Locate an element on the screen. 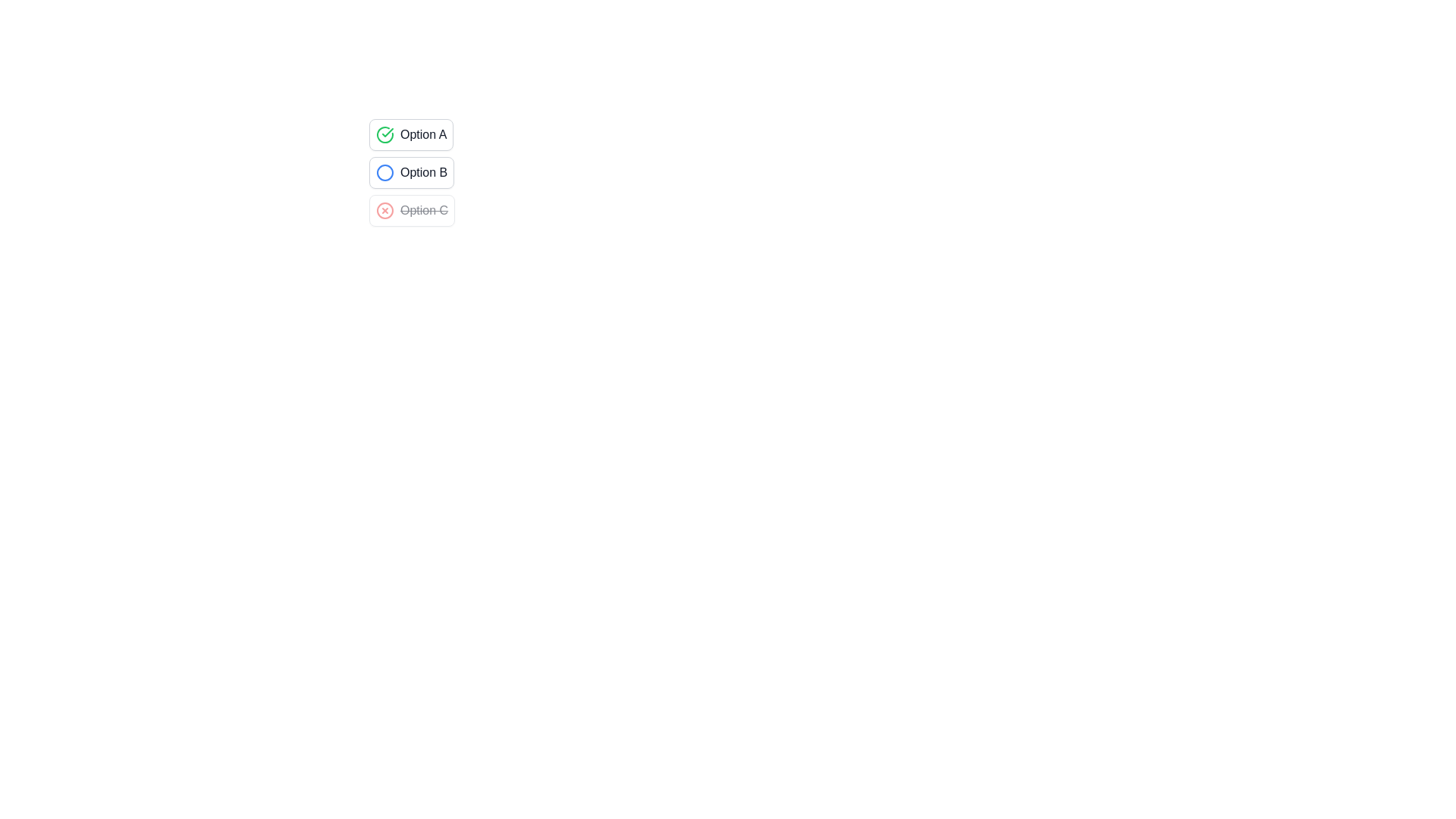  text label 'Option C' which is styled with a line-through effect, indicating it is disabled or unavailable, located in the third position of a vertical selection list is located at coordinates (424, 210).